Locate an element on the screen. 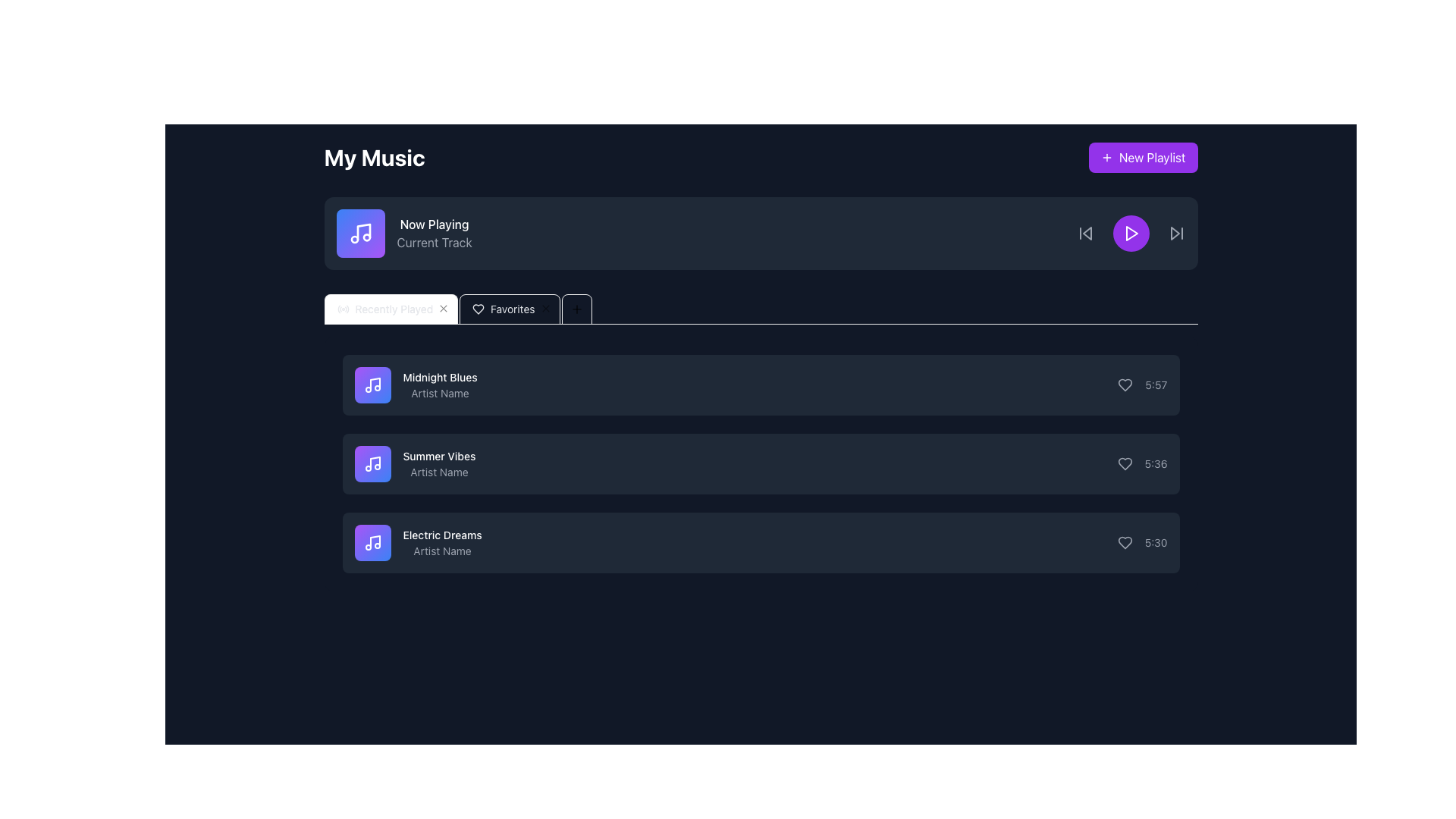  the second music track list item, which contains information about the track and allows interactions such as liking the item is located at coordinates (761, 463).